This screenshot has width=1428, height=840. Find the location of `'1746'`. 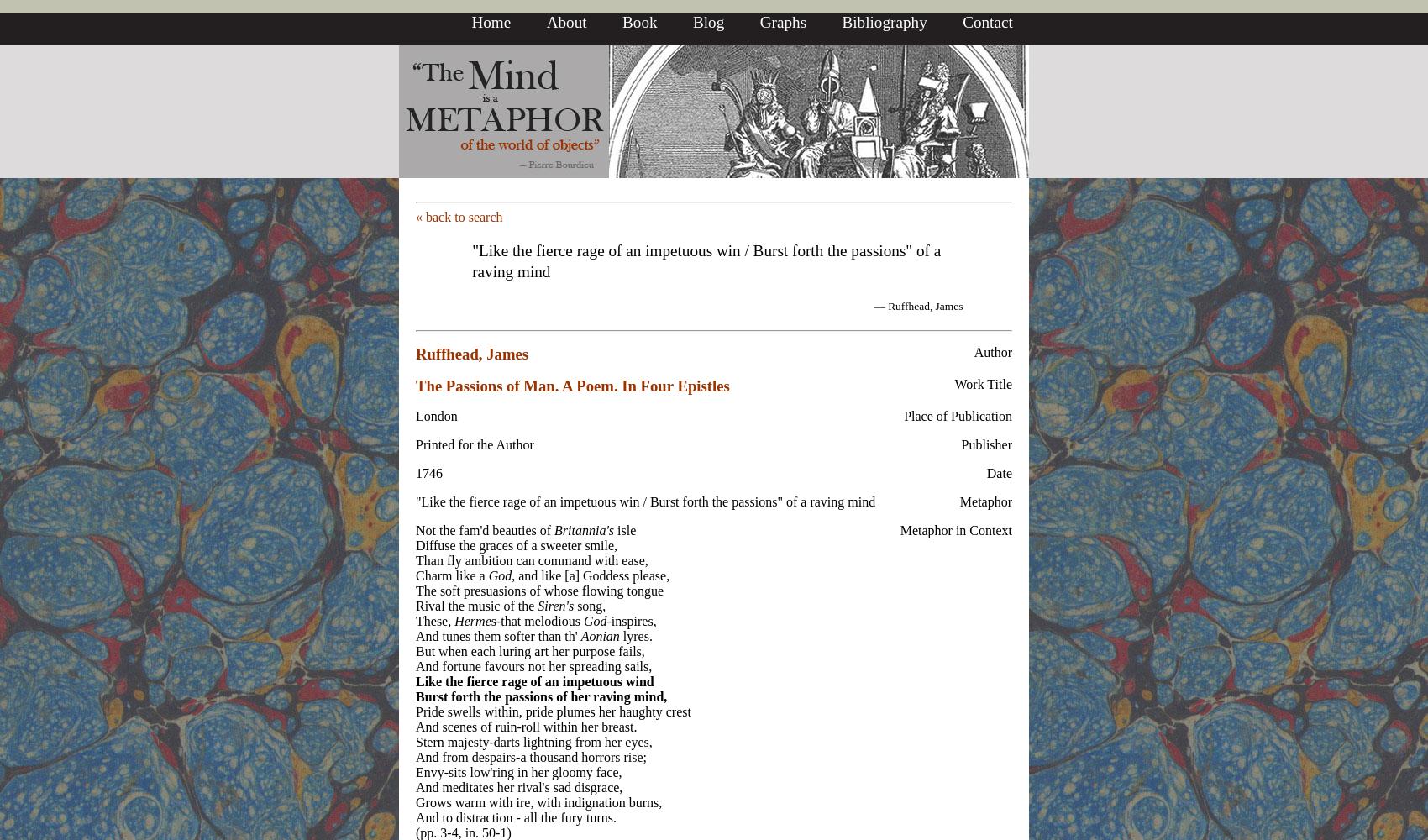

'1746' is located at coordinates (416, 472).